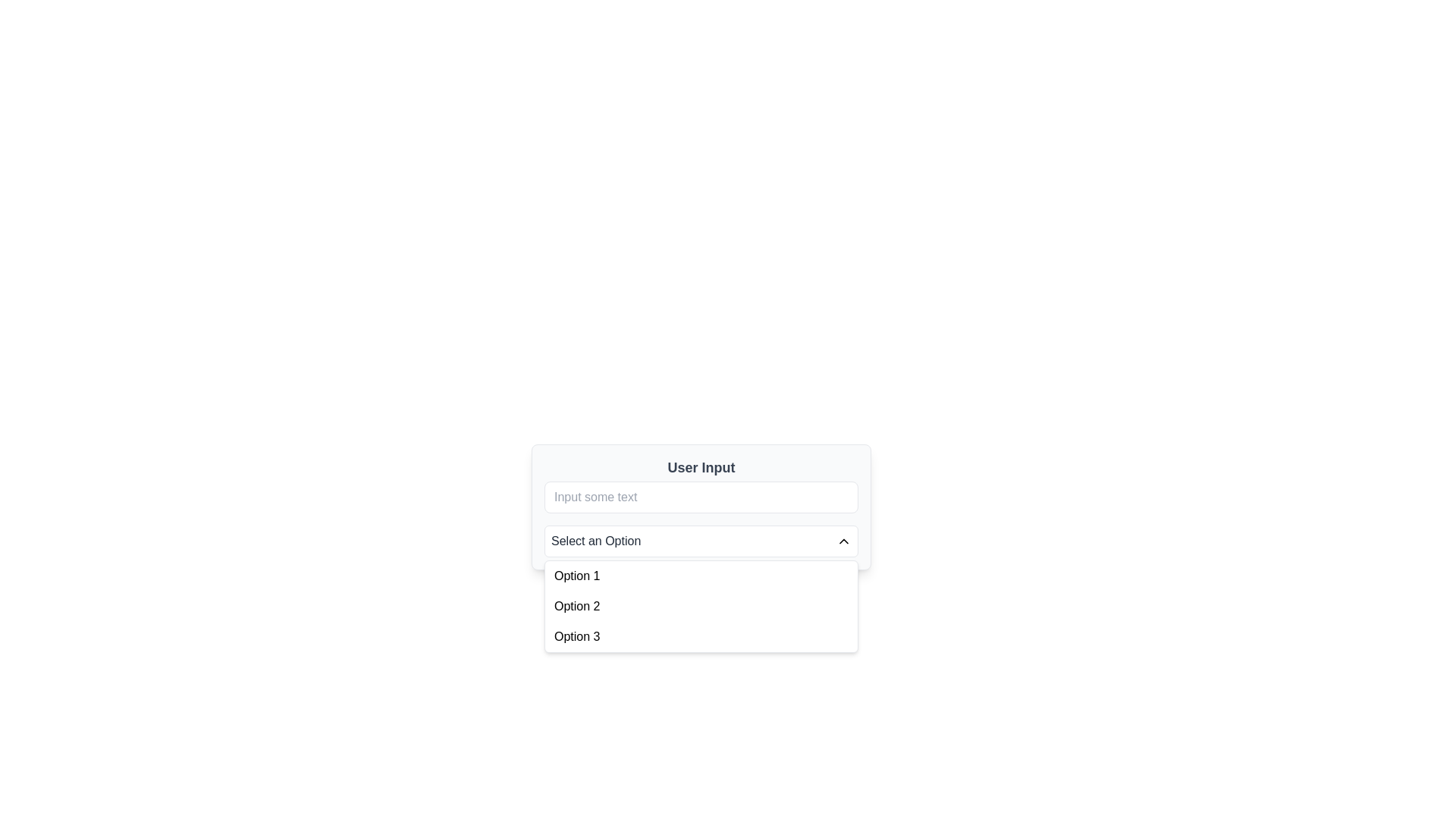 This screenshot has width=1456, height=819. Describe the element at coordinates (701, 540) in the screenshot. I see `the 'Select an Option' dropdown menu` at that location.